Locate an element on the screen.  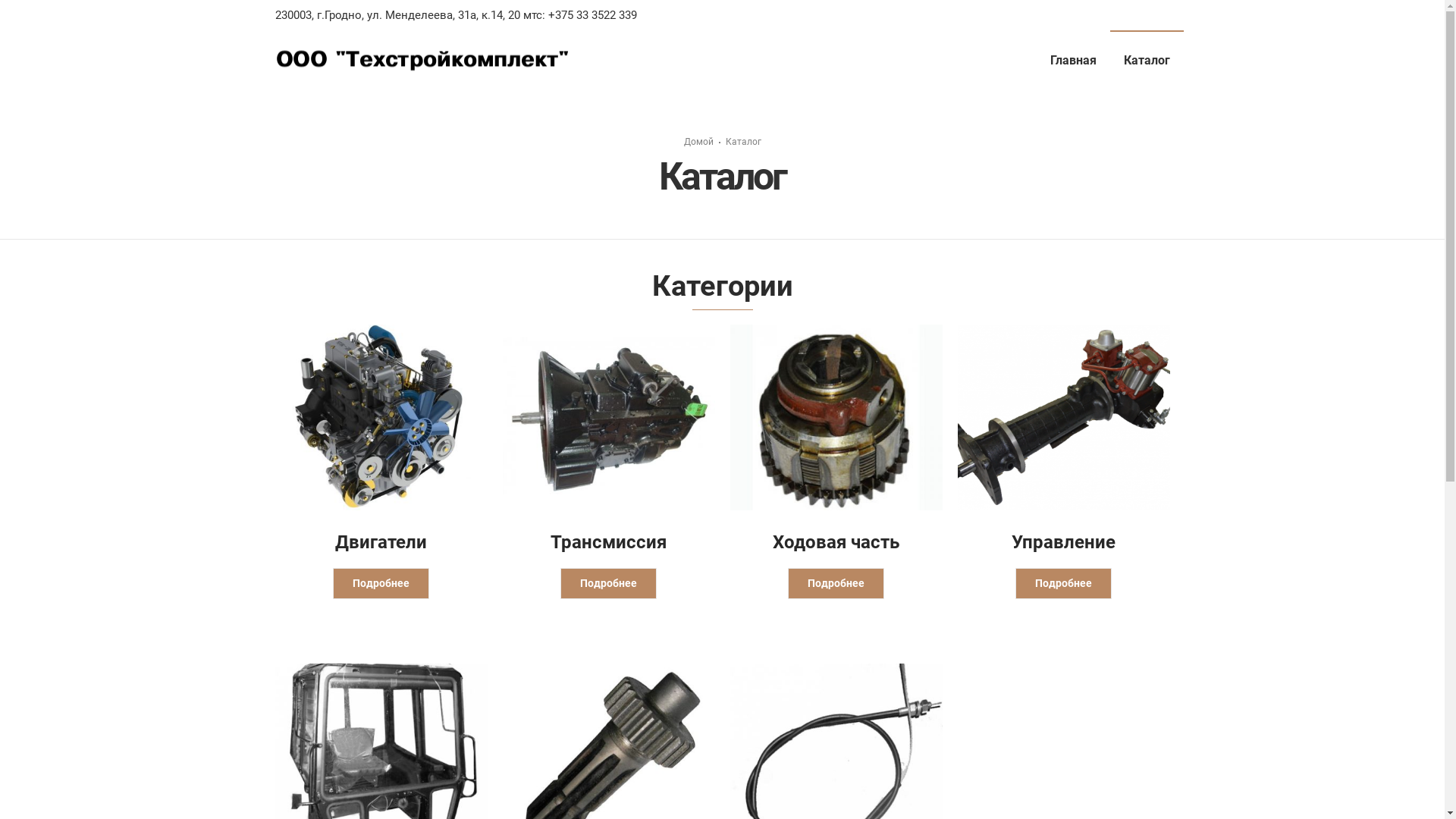
'+375 33 3522 339' is located at coordinates (544, 14).